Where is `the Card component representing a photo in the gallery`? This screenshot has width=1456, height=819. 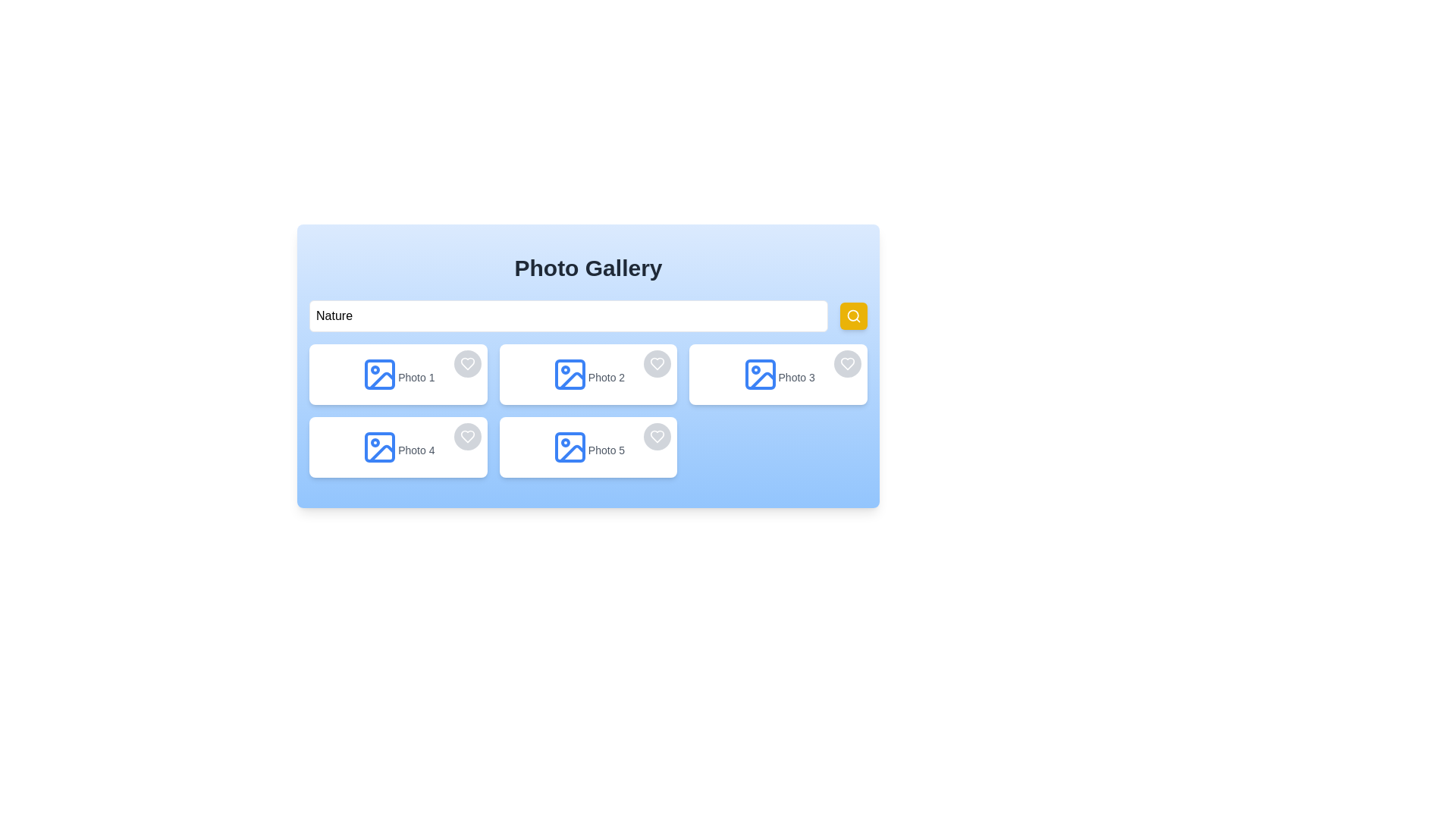 the Card component representing a photo in the gallery is located at coordinates (588, 374).